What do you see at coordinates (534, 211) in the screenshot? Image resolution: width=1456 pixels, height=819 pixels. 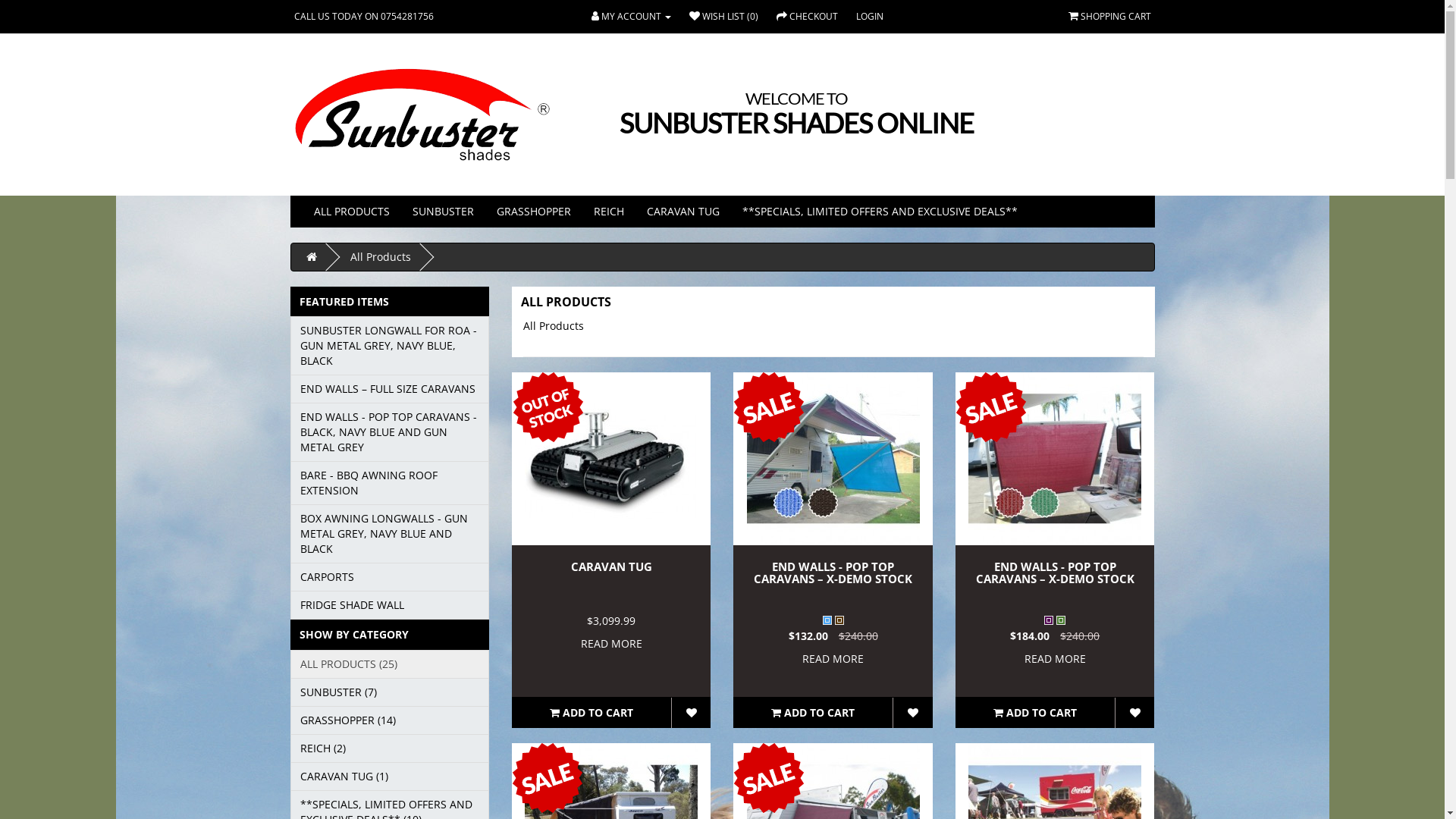 I see `'GRASSHOPPER'` at bounding box center [534, 211].